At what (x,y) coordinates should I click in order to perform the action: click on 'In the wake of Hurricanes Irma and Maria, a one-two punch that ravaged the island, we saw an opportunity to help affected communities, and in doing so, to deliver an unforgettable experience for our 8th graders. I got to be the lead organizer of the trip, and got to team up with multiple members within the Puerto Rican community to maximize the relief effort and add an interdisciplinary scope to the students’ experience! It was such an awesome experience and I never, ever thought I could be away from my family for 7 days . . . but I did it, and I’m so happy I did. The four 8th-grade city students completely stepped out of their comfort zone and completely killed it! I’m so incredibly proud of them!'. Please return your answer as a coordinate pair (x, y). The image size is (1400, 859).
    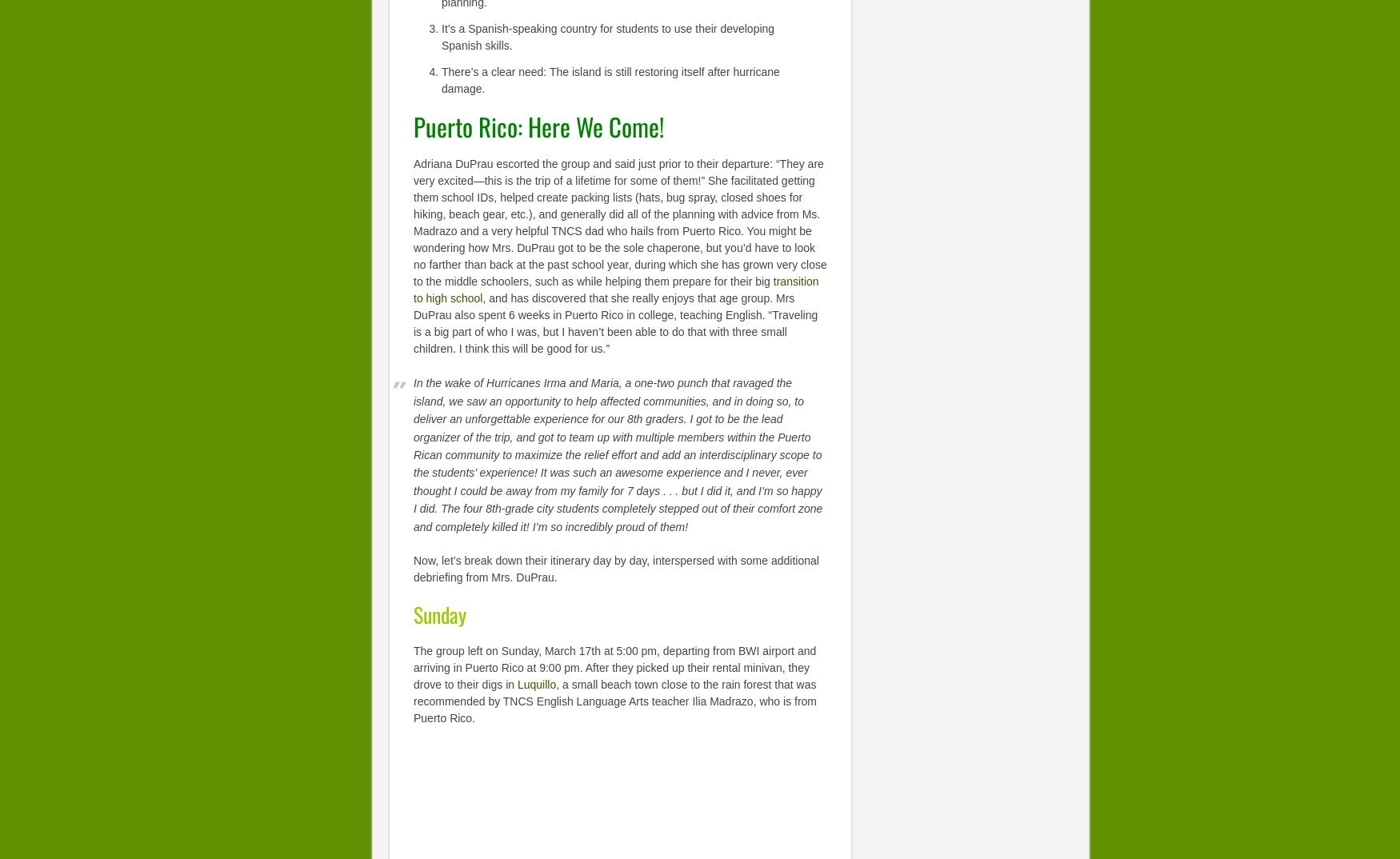
    Looking at the image, I should click on (617, 453).